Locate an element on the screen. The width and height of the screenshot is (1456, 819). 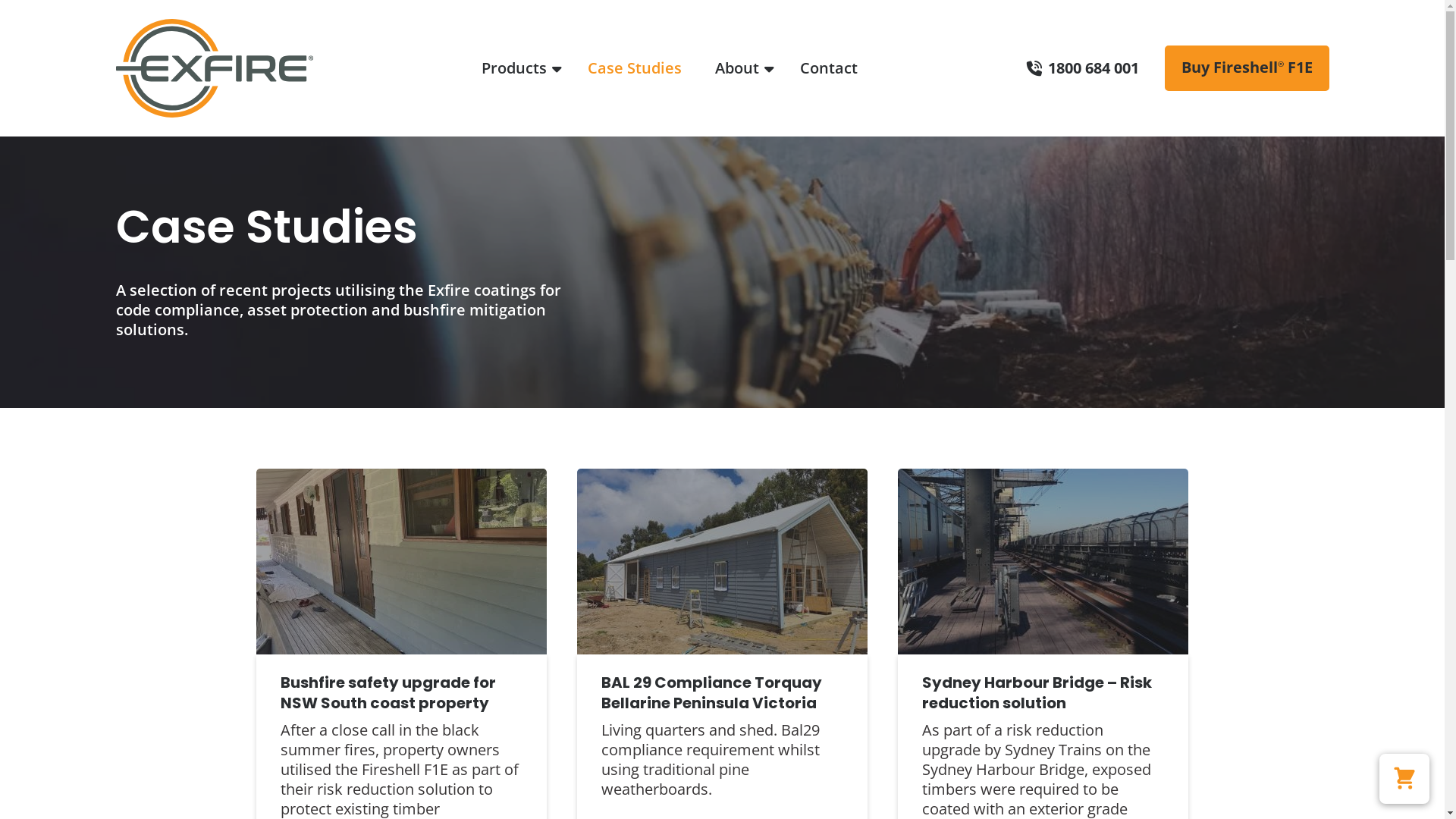
'Products' is located at coordinates (472, 68).